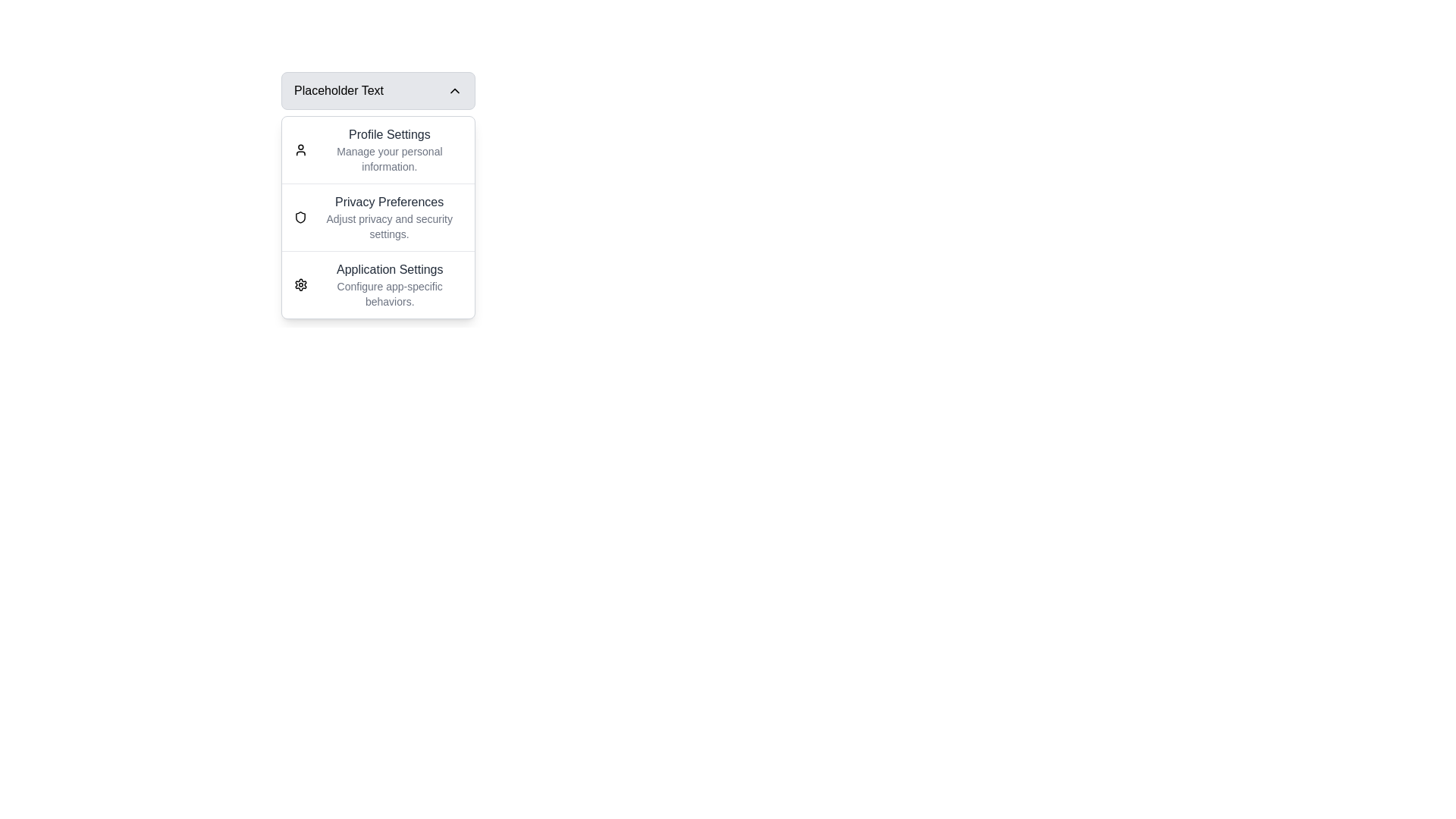  What do you see at coordinates (378, 149) in the screenshot?
I see `the 'Profile Settings' button` at bounding box center [378, 149].